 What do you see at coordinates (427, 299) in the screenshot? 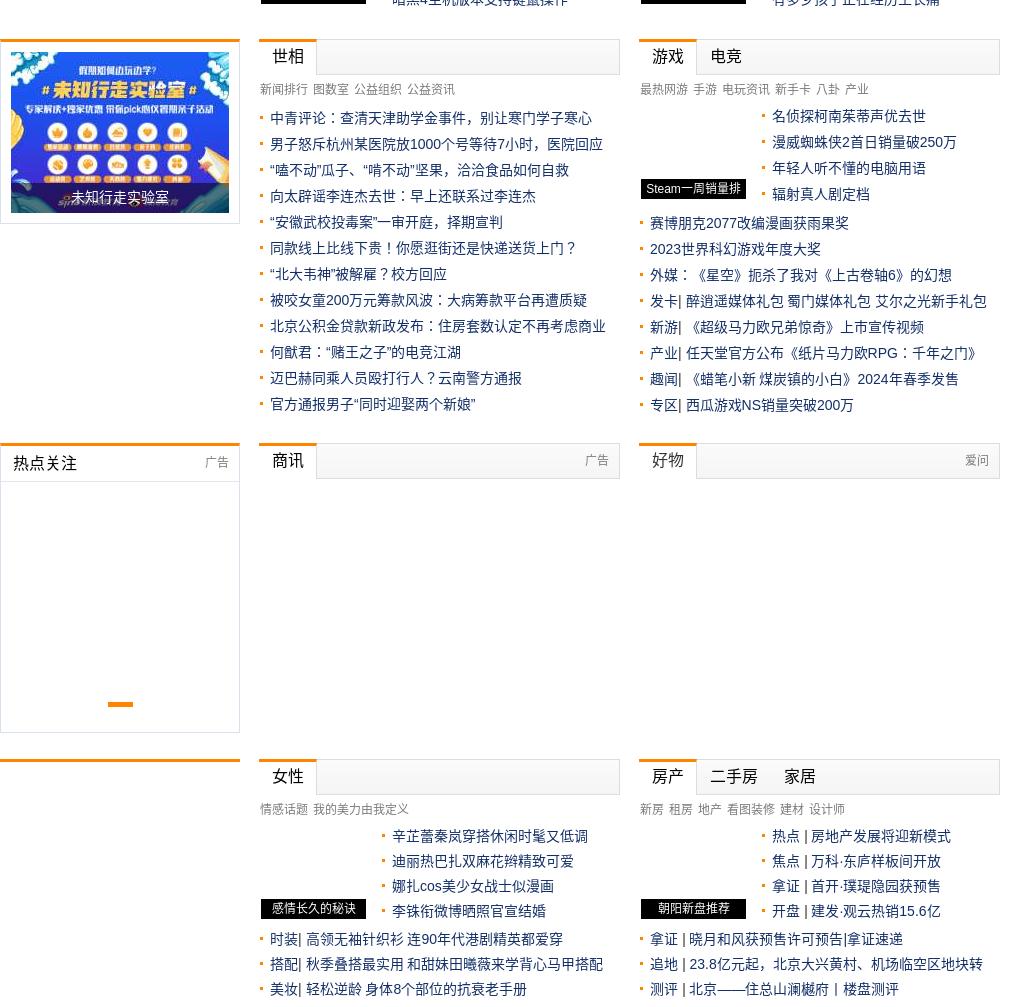
I see `'被咬女童200万元筹款风波：大病筹款平台再遭质疑'` at bounding box center [427, 299].